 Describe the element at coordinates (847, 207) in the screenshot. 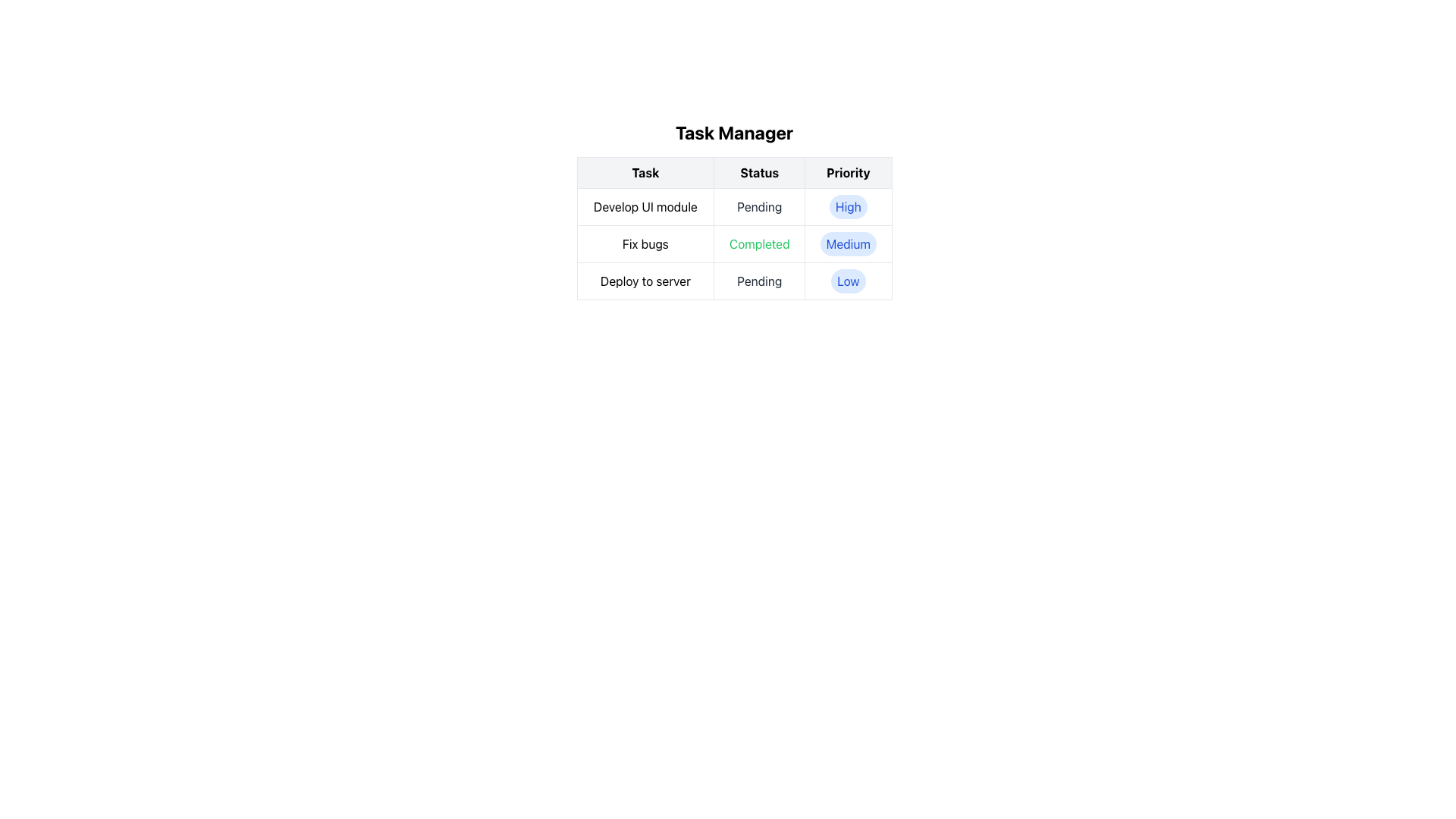

I see `the 'High' priority indicator button, which is a blue rectangular component with rounded edges located in the 'Priority' column of the 'Develop UI module' row` at that location.